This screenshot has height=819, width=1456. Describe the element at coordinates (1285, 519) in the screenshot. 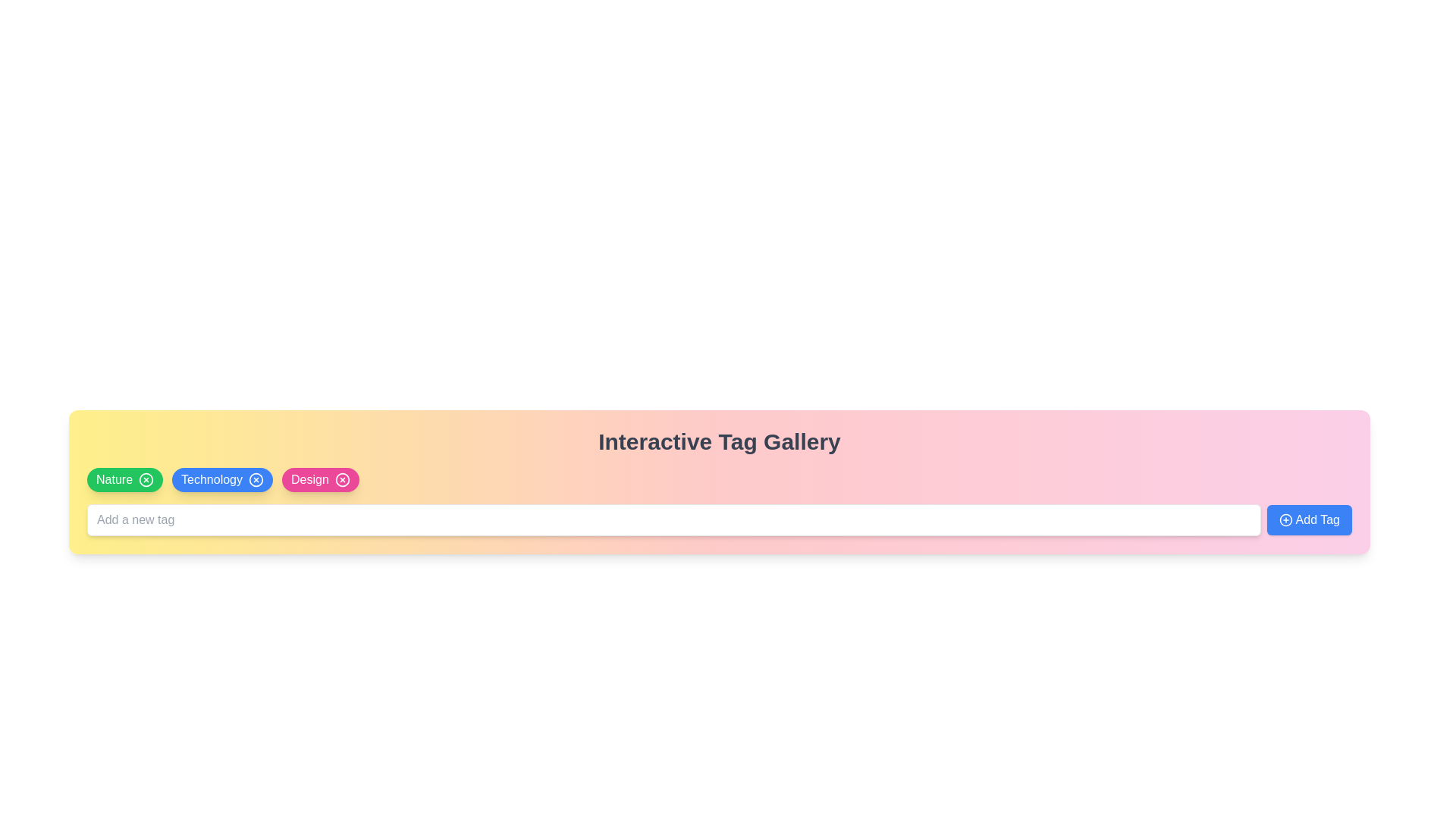

I see `the icon located at the far-right edge of the 'Add Tag' button` at that location.